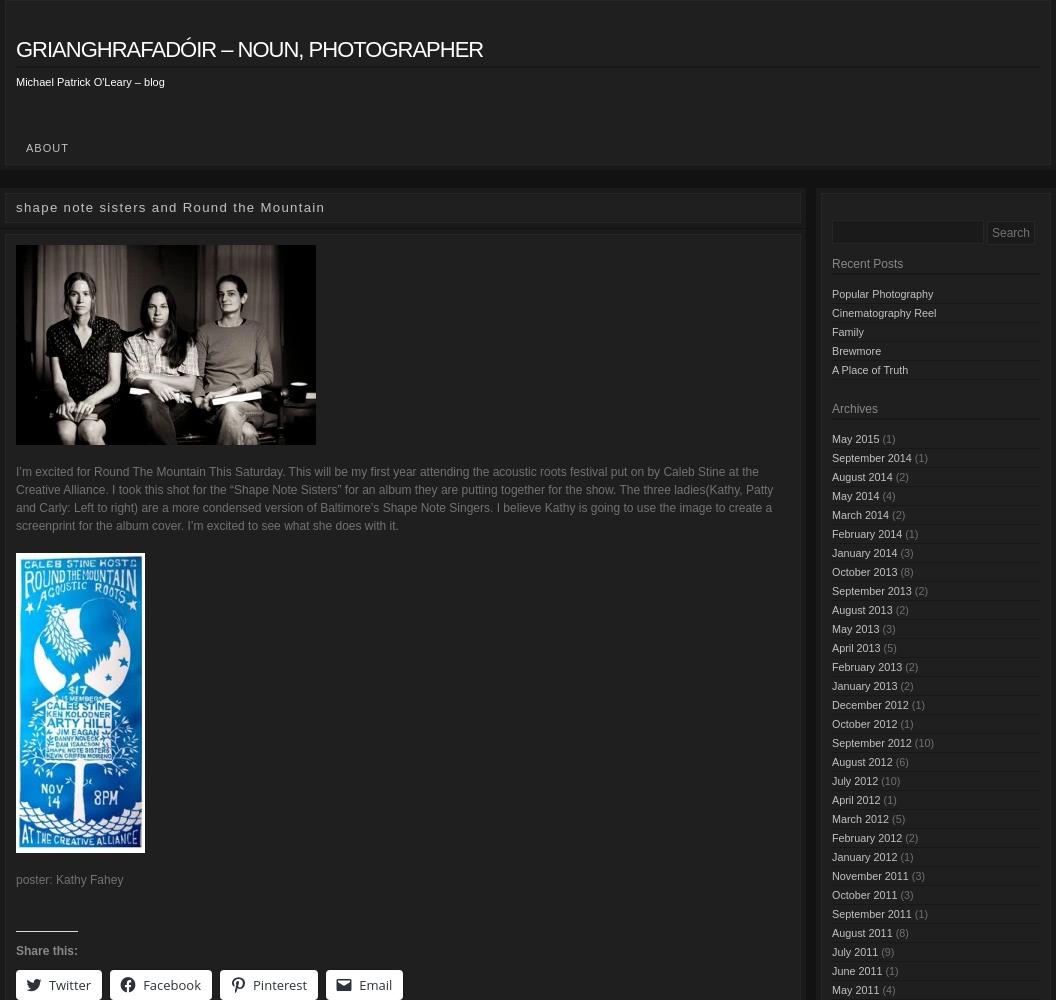 The height and width of the screenshot is (1000, 1056). Describe the element at coordinates (865, 836) in the screenshot. I see `'February 2012'` at that location.